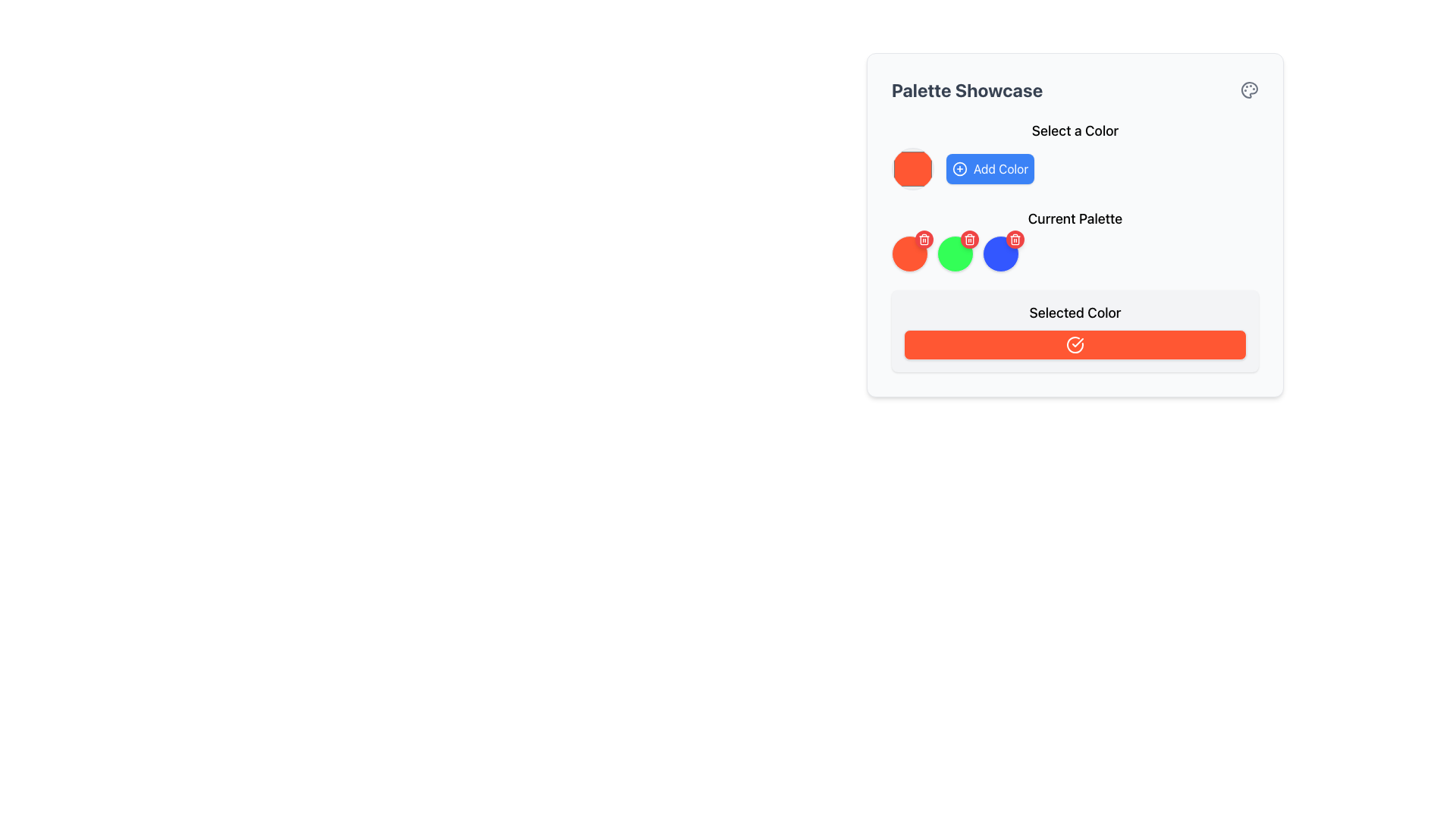 This screenshot has height=819, width=1456. What do you see at coordinates (1074, 130) in the screenshot?
I see `text of the label positioned at the top of the color selection interface, which serves as a title or cue for the section` at bounding box center [1074, 130].